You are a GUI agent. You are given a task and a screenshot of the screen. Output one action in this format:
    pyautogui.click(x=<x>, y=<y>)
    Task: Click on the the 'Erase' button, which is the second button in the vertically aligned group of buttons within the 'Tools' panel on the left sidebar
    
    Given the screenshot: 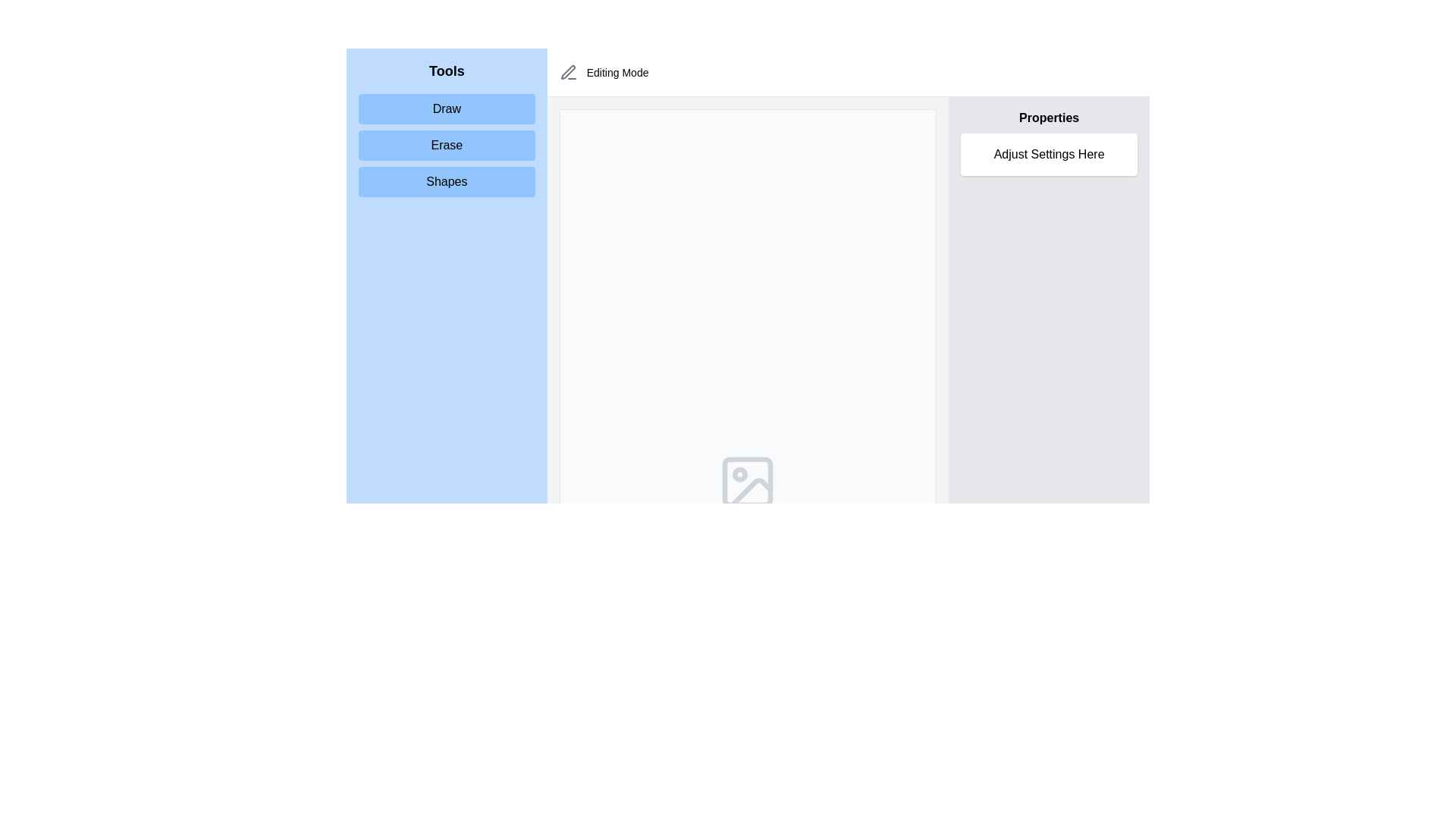 What is the action you would take?
    pyautogui.click(x=446, y=146)
    